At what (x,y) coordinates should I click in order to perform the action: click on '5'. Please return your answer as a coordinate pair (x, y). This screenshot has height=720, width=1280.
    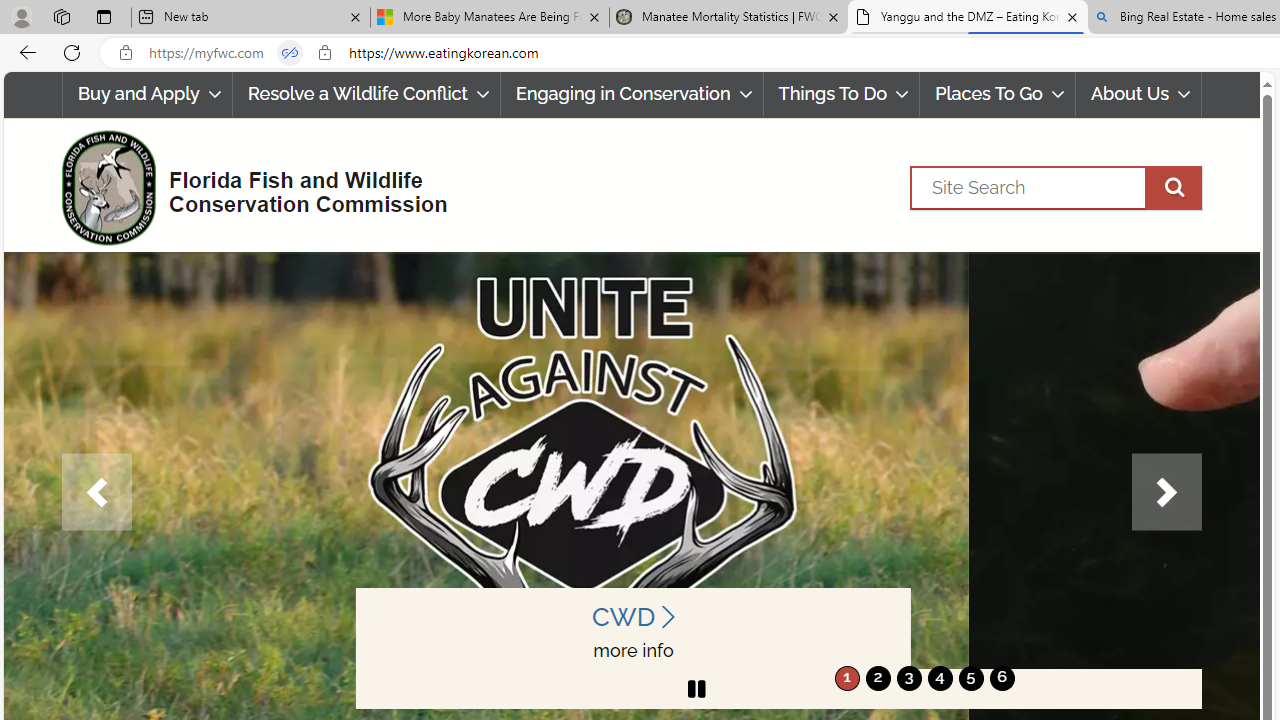
    Looking at the image, I should click on (970, 677).